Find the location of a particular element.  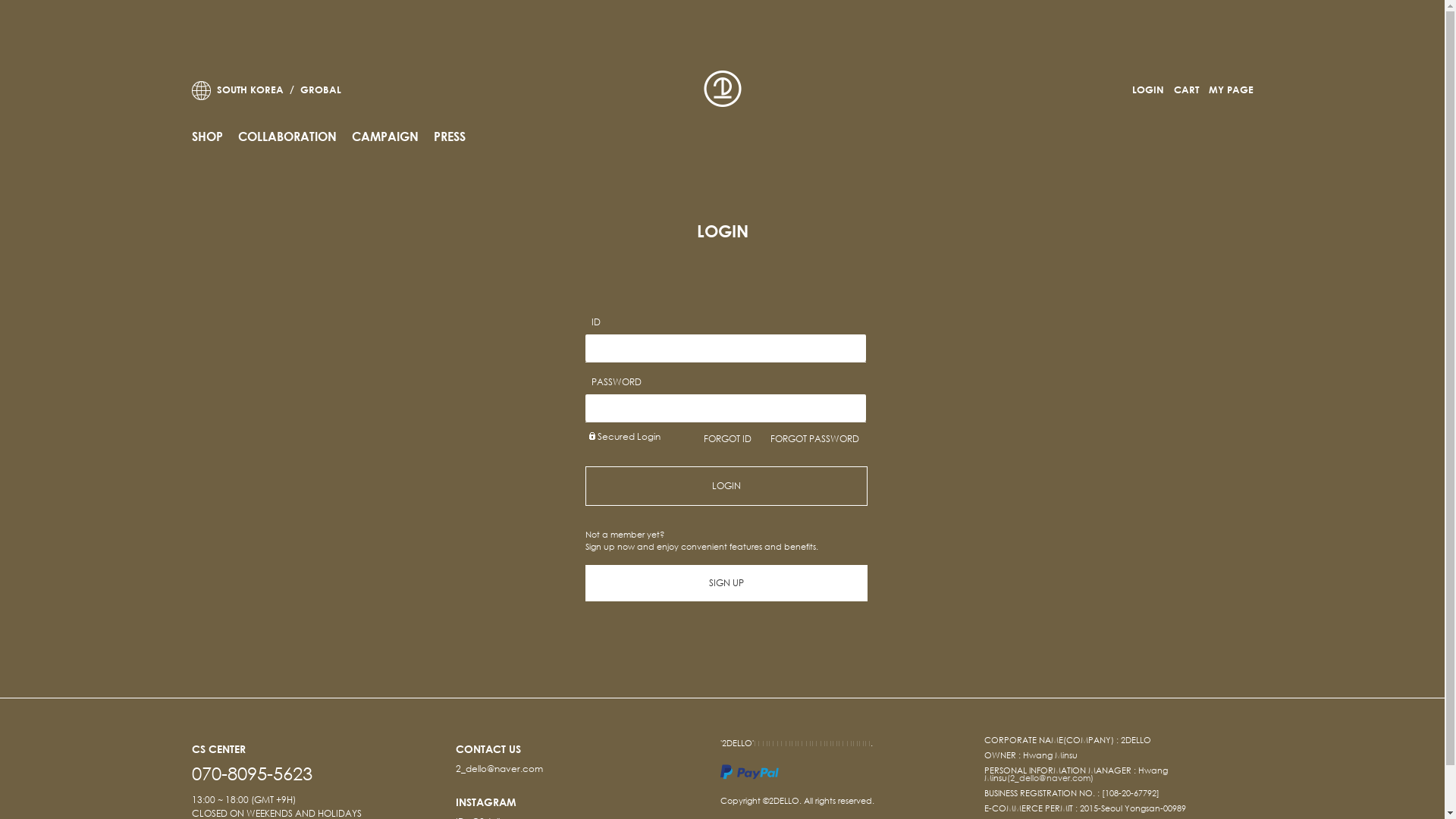

'PRESS' is located at coordinates (449, 136).